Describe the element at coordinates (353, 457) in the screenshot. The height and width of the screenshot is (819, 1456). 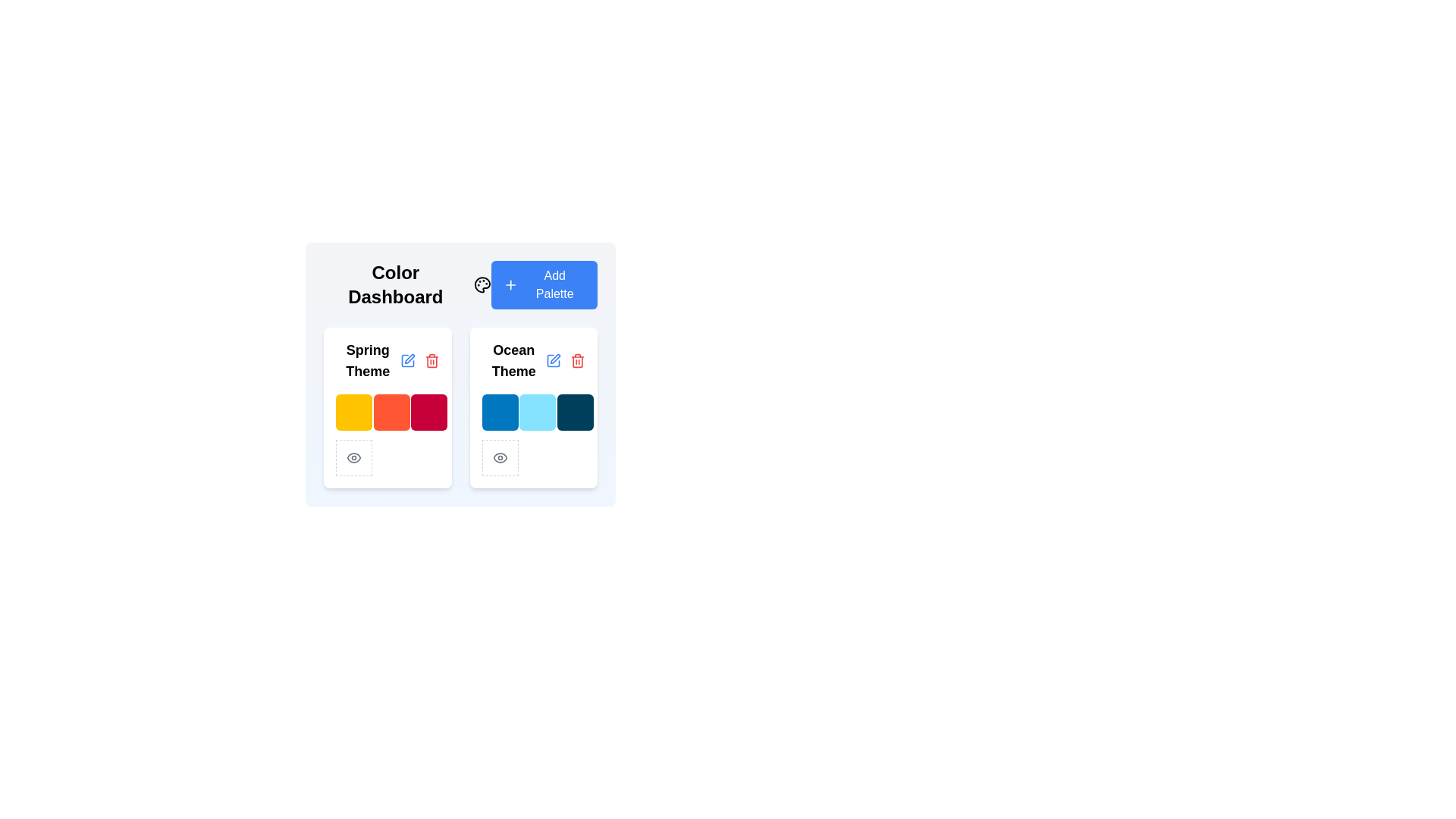
I see `the square button with dashed borders and a light gray color containing a gray eye icon` at that location.